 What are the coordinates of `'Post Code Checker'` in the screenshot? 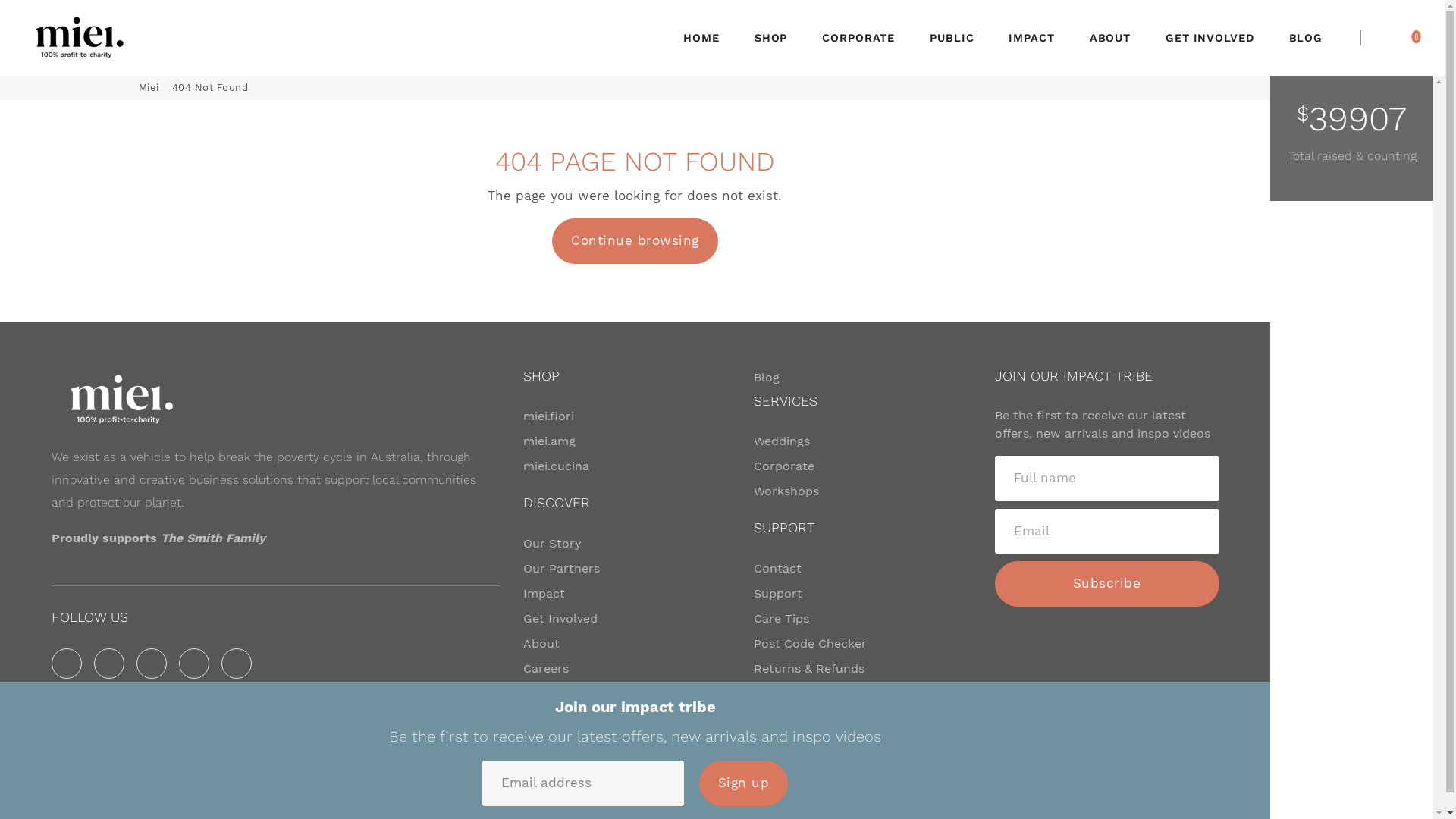 It's located at (753, 643).